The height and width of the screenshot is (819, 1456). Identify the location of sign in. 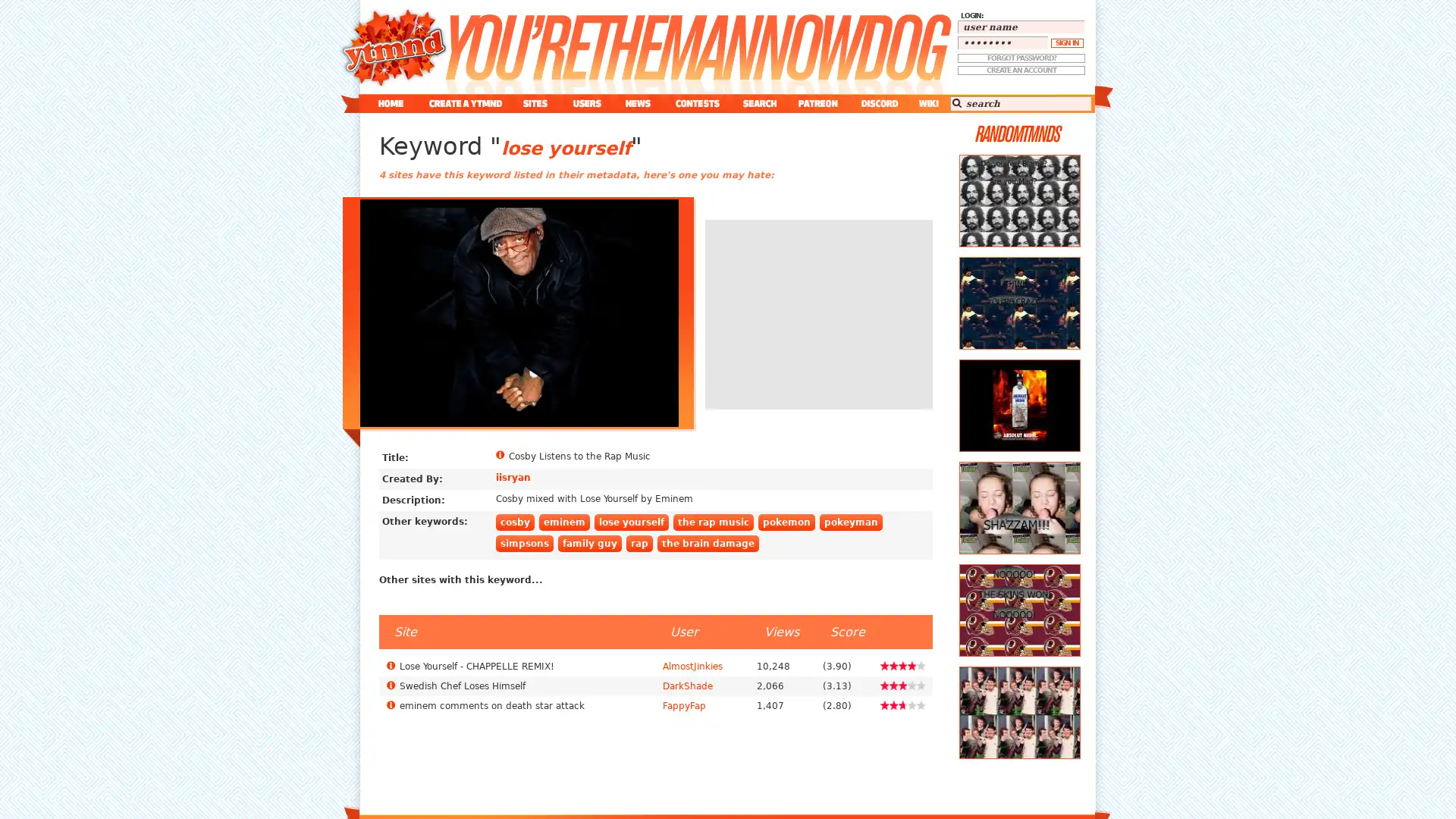
(1066, 42).